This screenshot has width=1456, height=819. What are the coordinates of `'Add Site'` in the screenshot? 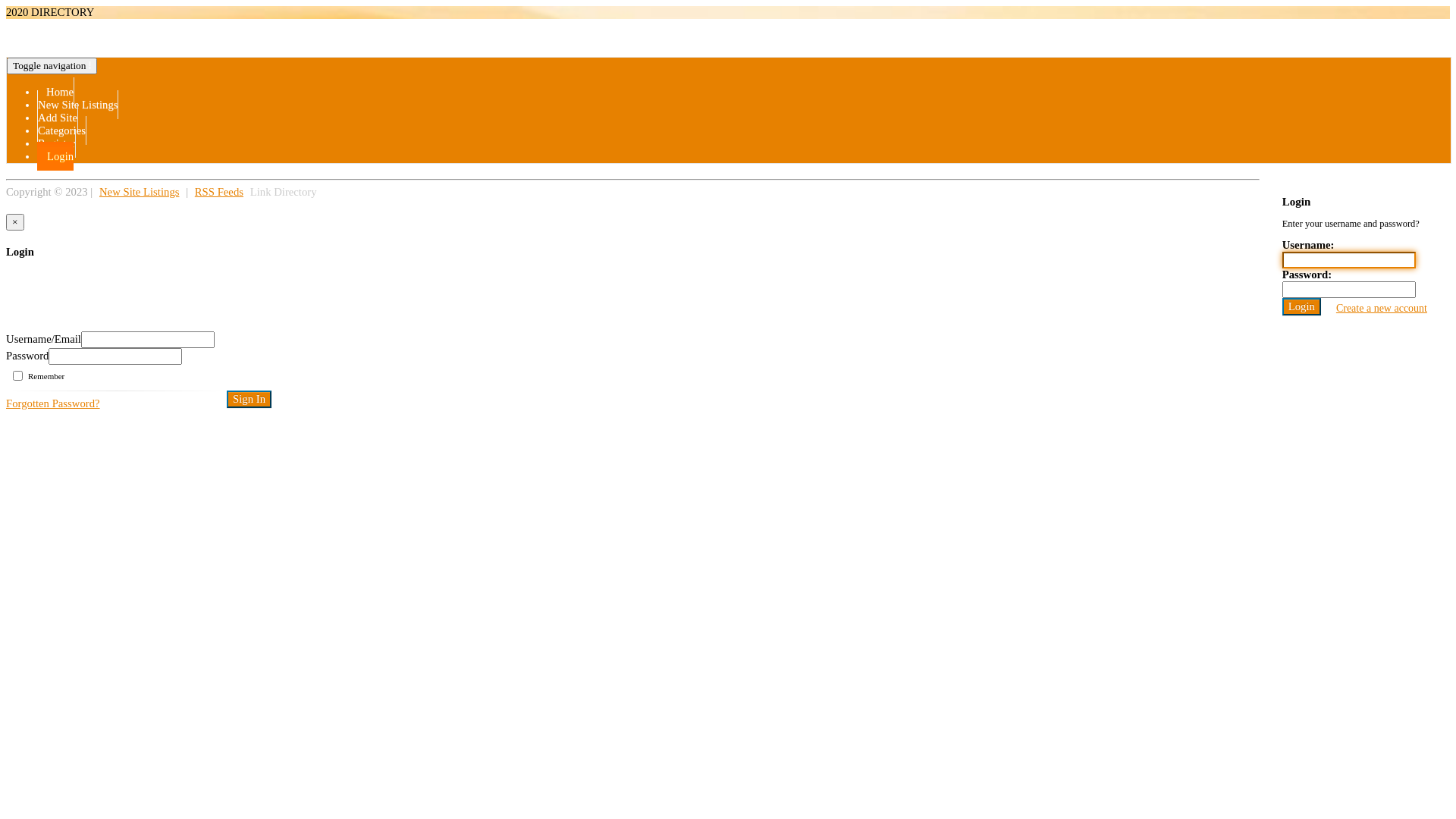 It's located at (58, 116).